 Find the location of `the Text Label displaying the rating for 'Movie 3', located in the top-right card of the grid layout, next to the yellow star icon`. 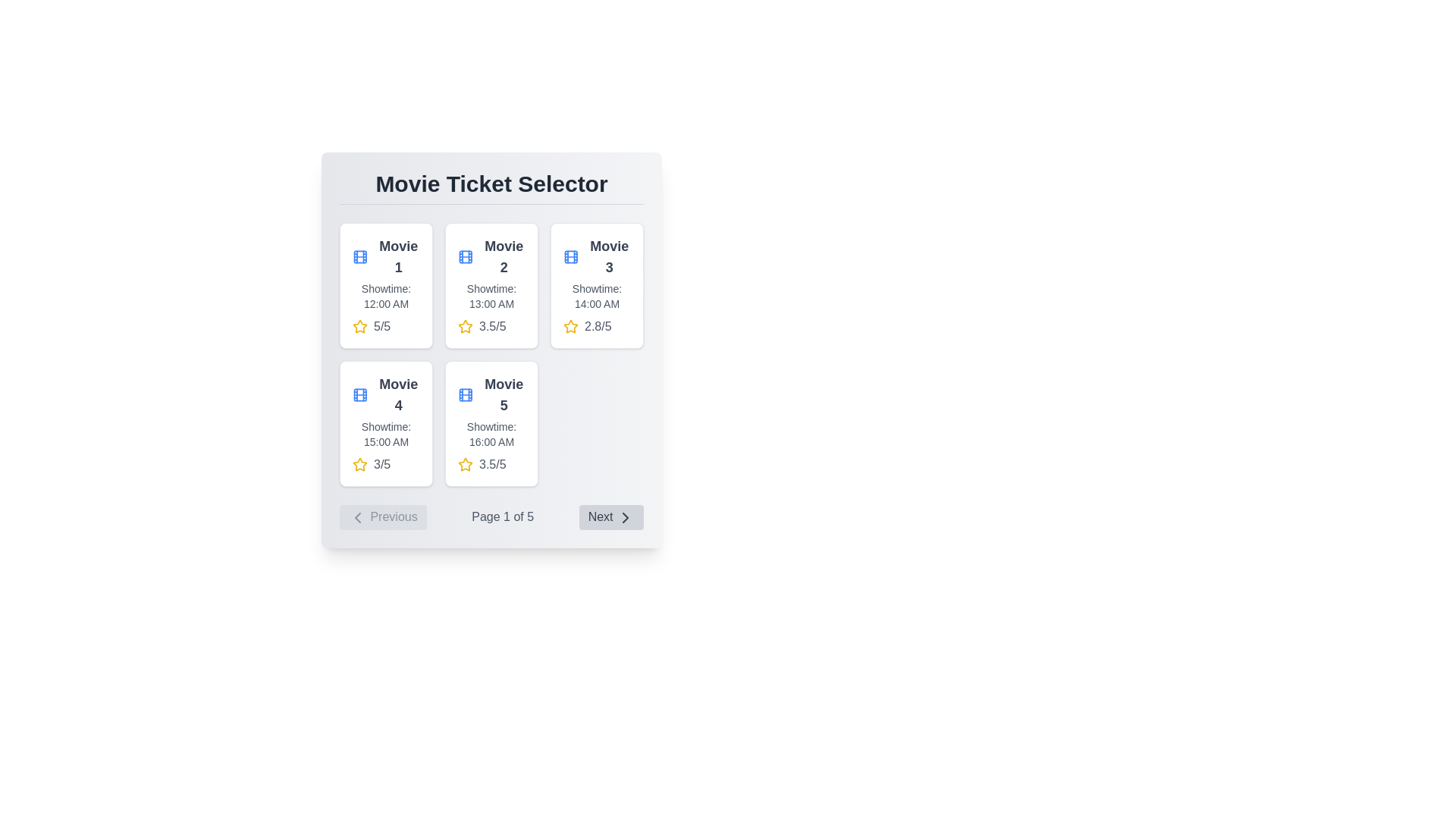

the Text Label displaying the rating for 'Movie 3', located in the top-right card of the grid layout, next to the yellow star icon is located at coordinates (597, 326).